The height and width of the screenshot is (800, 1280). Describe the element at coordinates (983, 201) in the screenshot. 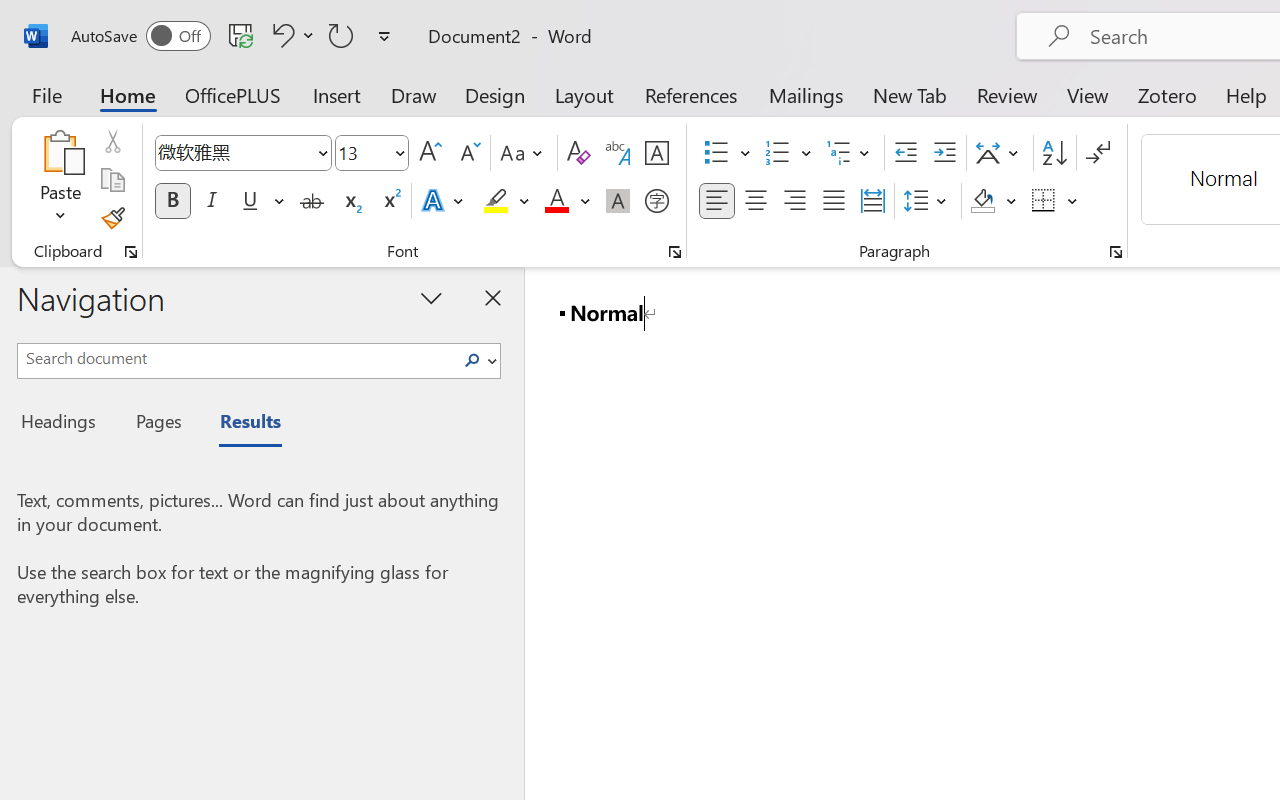

I see `'Shading RGB(0, 0, 0)'` at that location.